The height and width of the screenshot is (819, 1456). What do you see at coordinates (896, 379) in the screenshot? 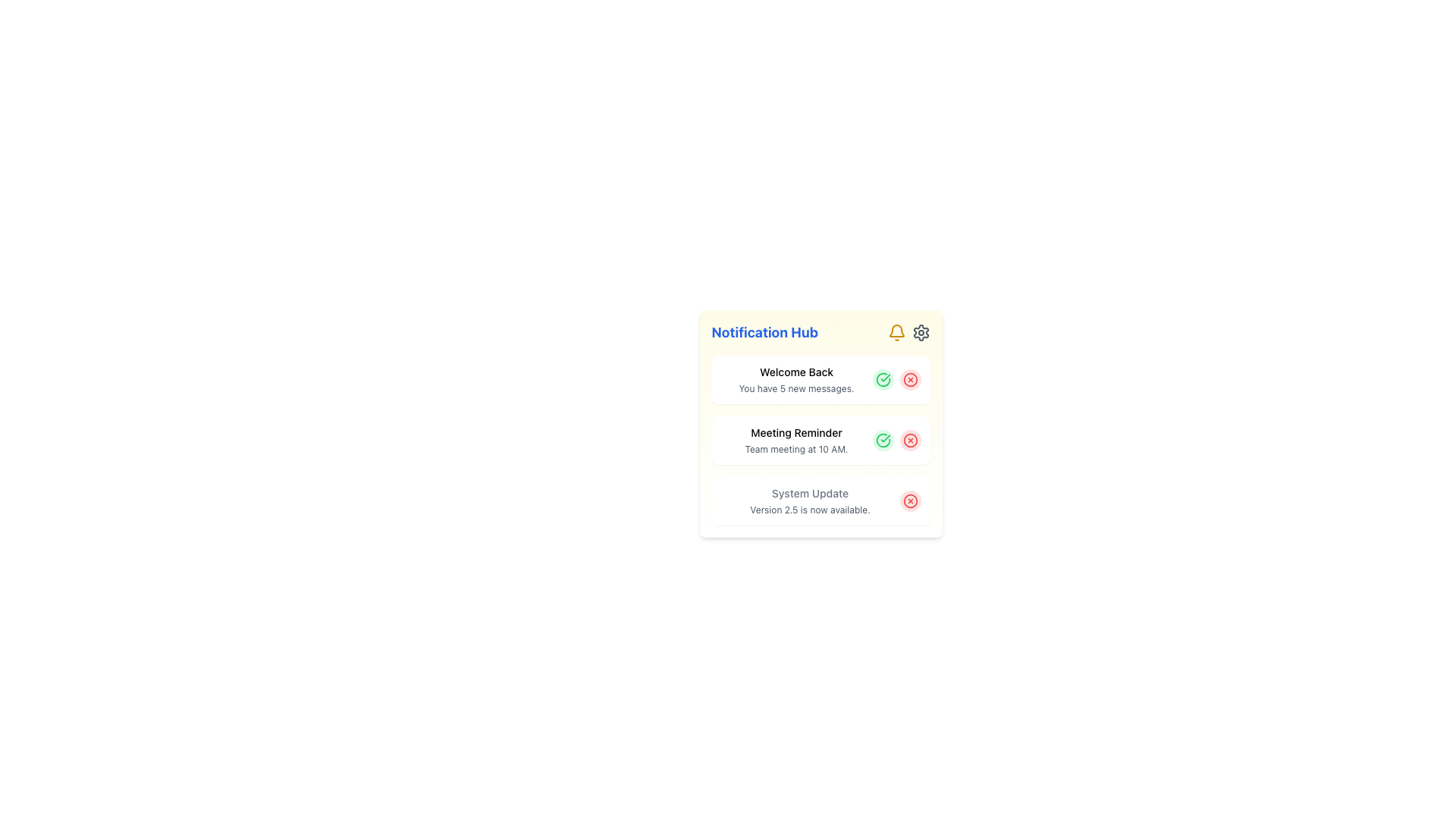
I see `the green circle icon with a checkmark located in the rightmost section of the 'Welcome Back' notification card` at bounding box center [896, 379].